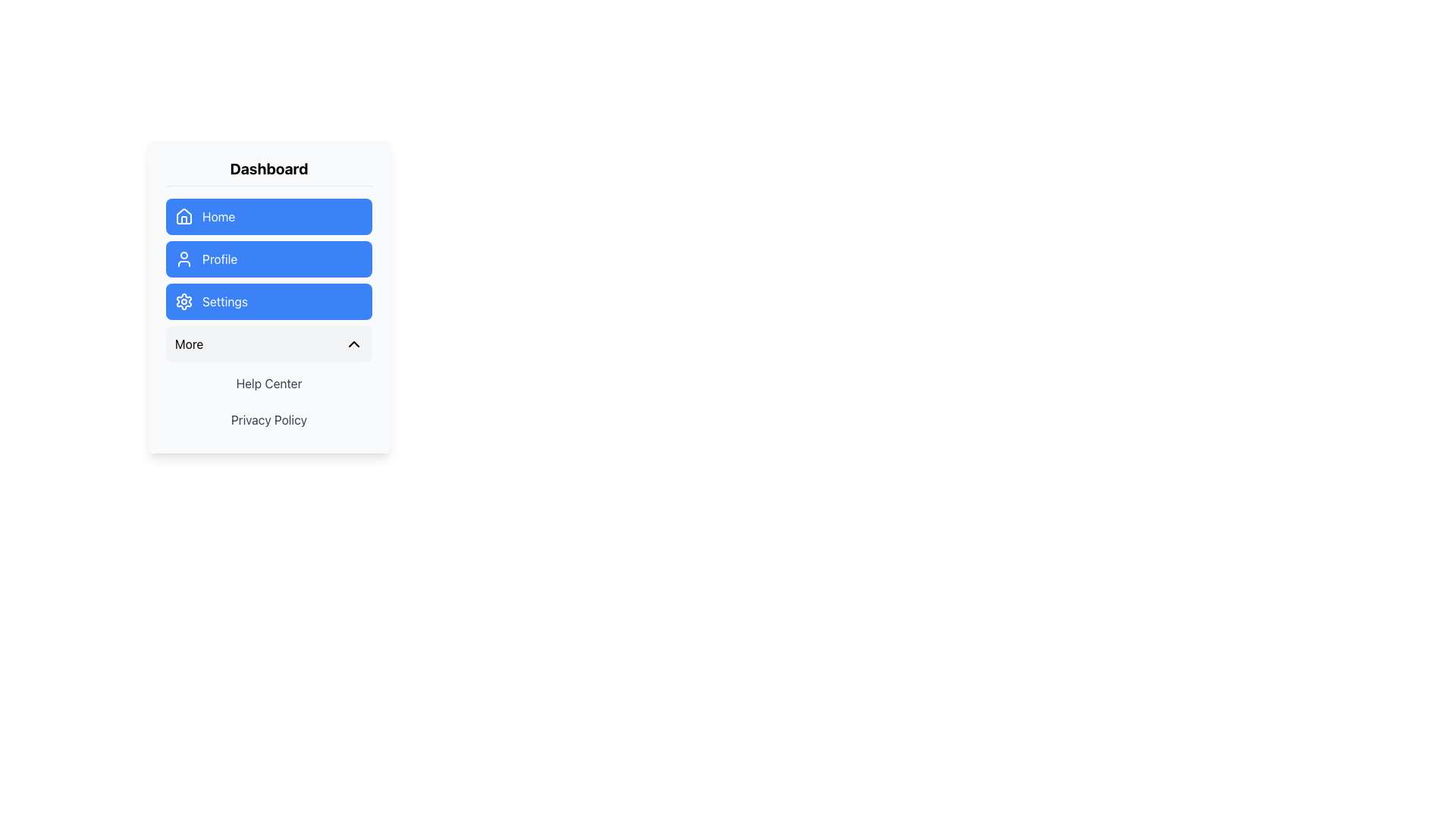  Describe the element at coordinates (269, 420) in the screenshot. I see `the 'Privacy Policy' hyperlink located at the bottom of the section under the 'Help Center' text` at that location.